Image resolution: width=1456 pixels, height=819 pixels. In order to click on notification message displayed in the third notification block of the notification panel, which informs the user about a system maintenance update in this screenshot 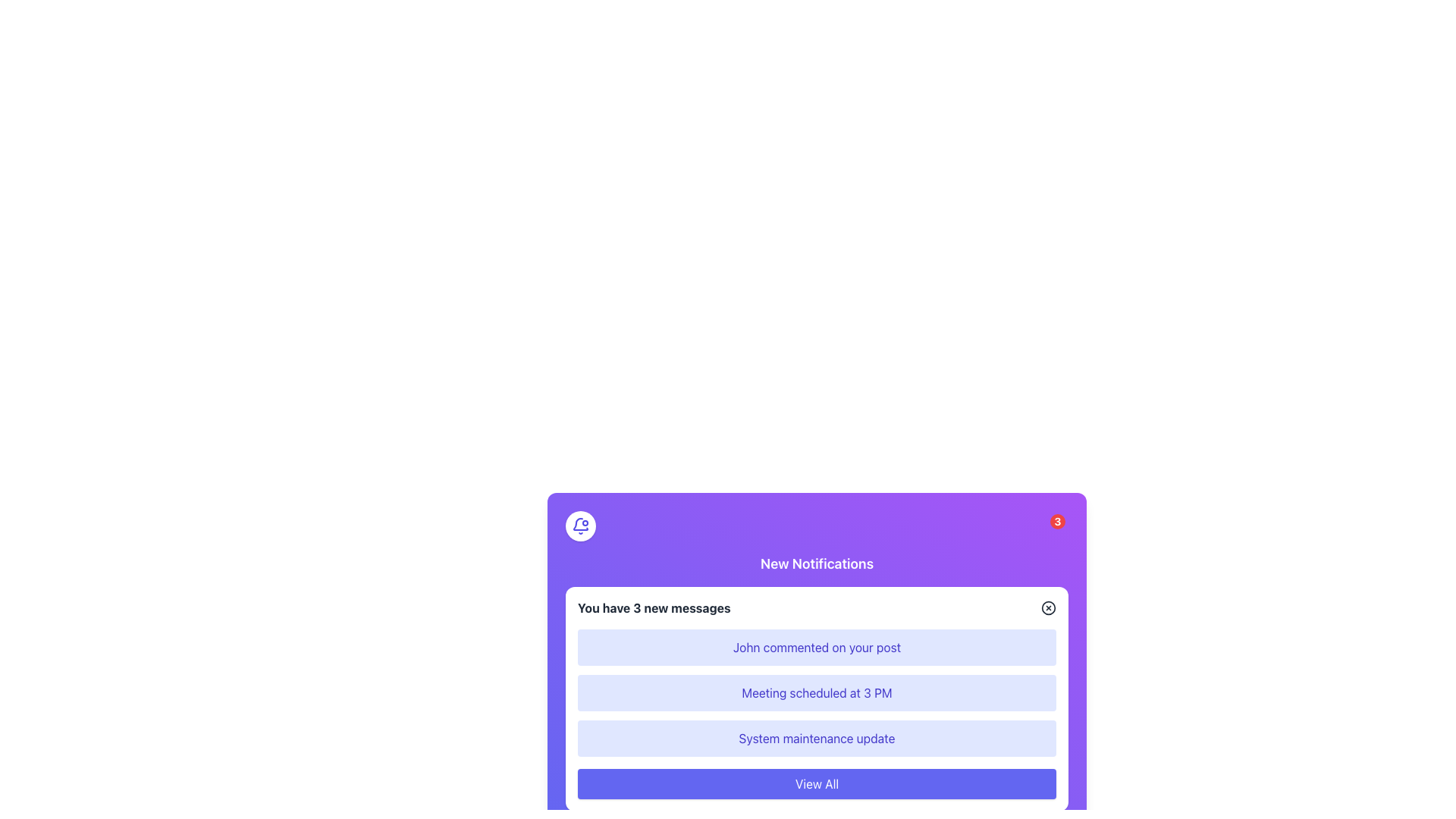, I will do `click(816, 738)`.